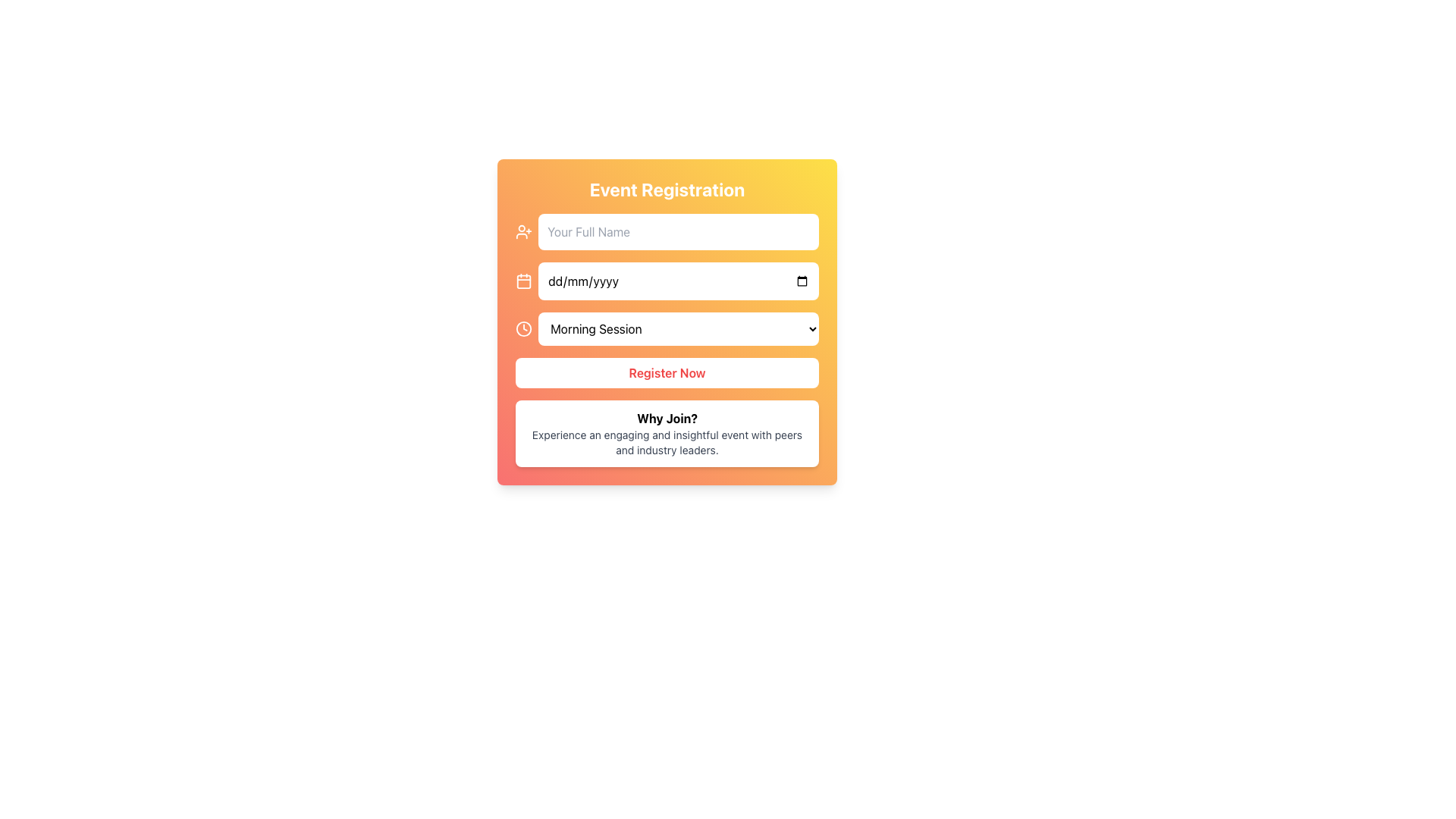 This screenshot has height=819, width=1456. I want to click on the dropdown menu displaying 'Morning Session', so click(667, 328).